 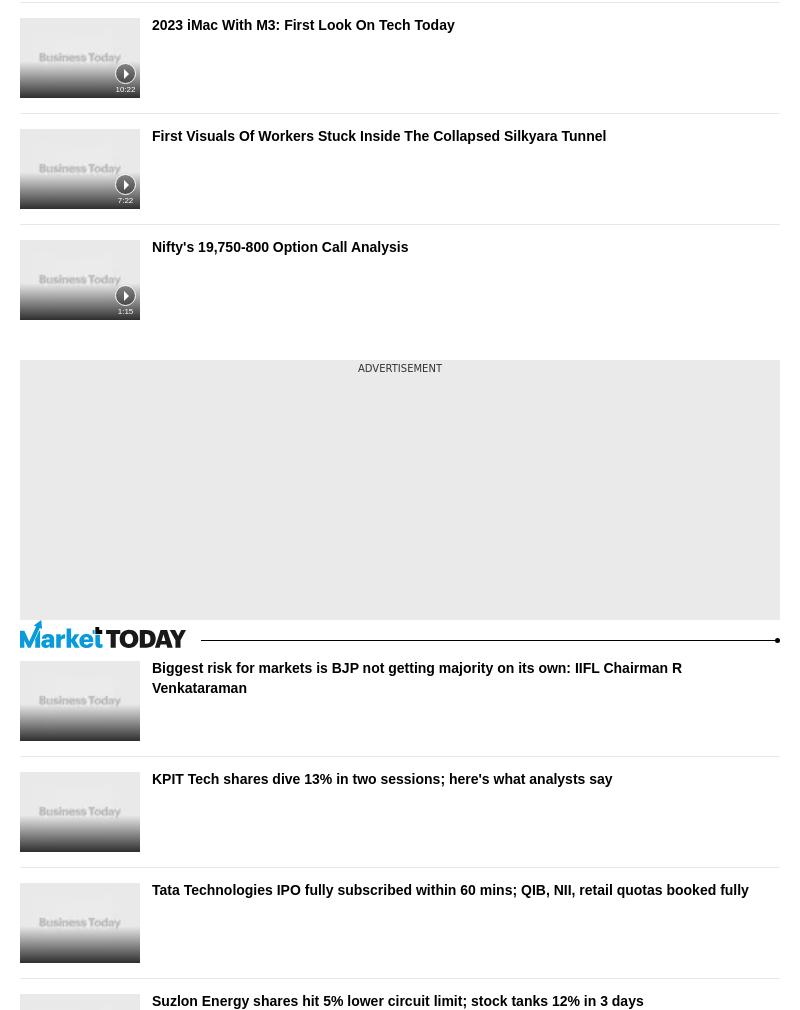 What do you see at coordinates (123, 199) in the screenshot?
I see `'7:22'` at bounding box center [123, 199].